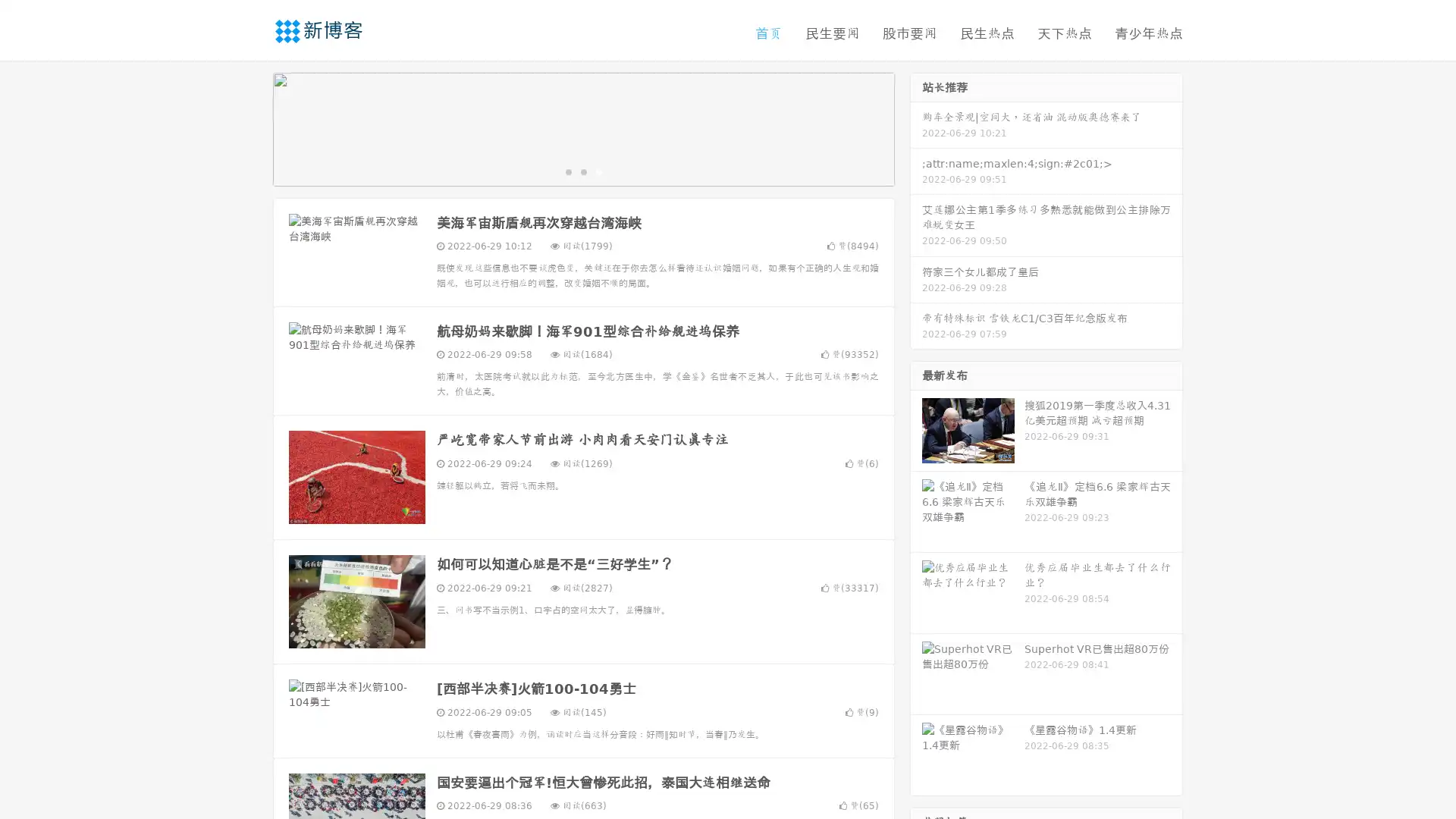 The width and height of the screenshot is (1456, 819). I want to click on Go to slide 3, so click(598, 171).